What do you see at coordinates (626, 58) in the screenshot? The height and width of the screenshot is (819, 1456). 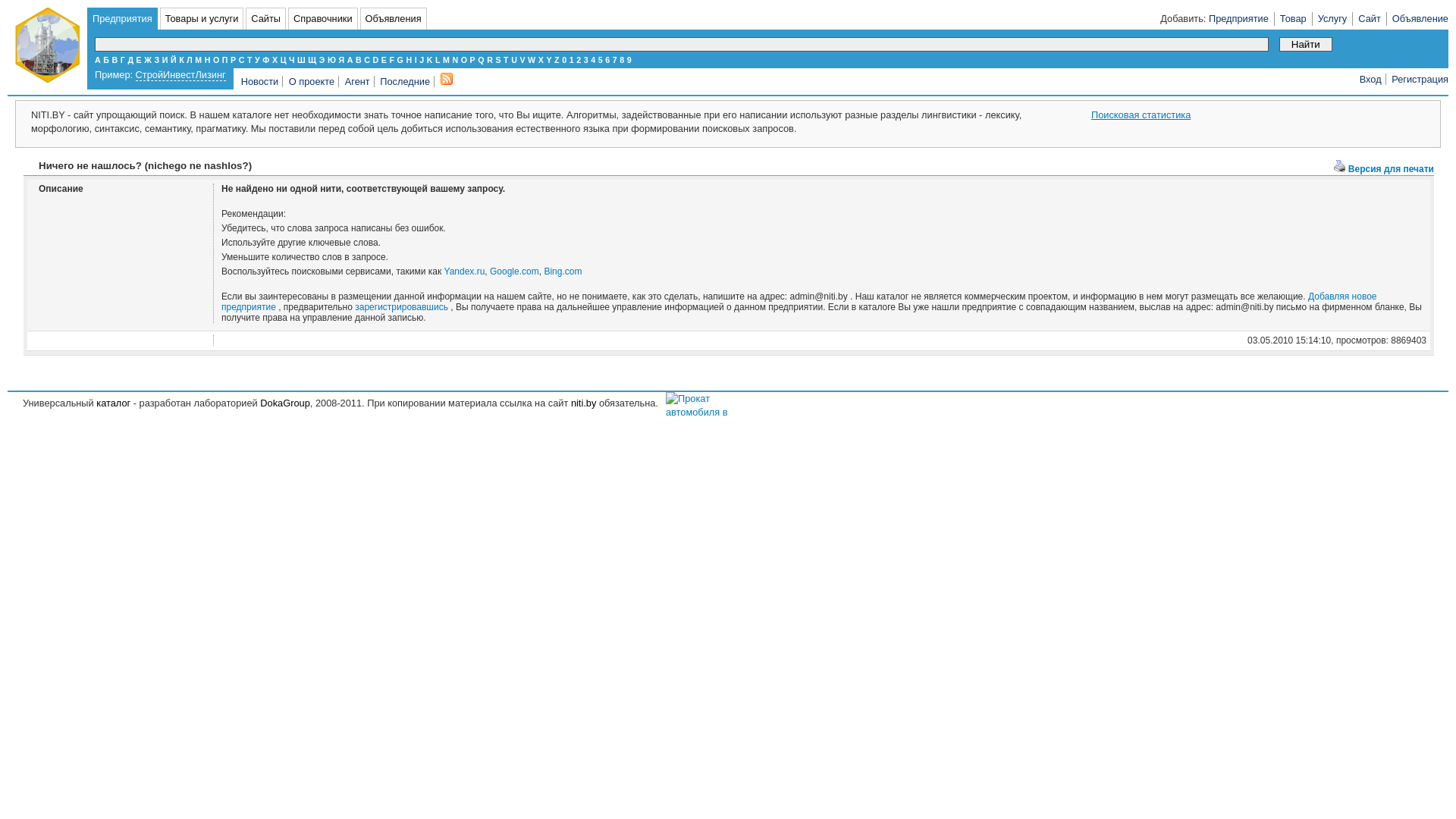 I see `'9'` at bounding box center [626, 58].